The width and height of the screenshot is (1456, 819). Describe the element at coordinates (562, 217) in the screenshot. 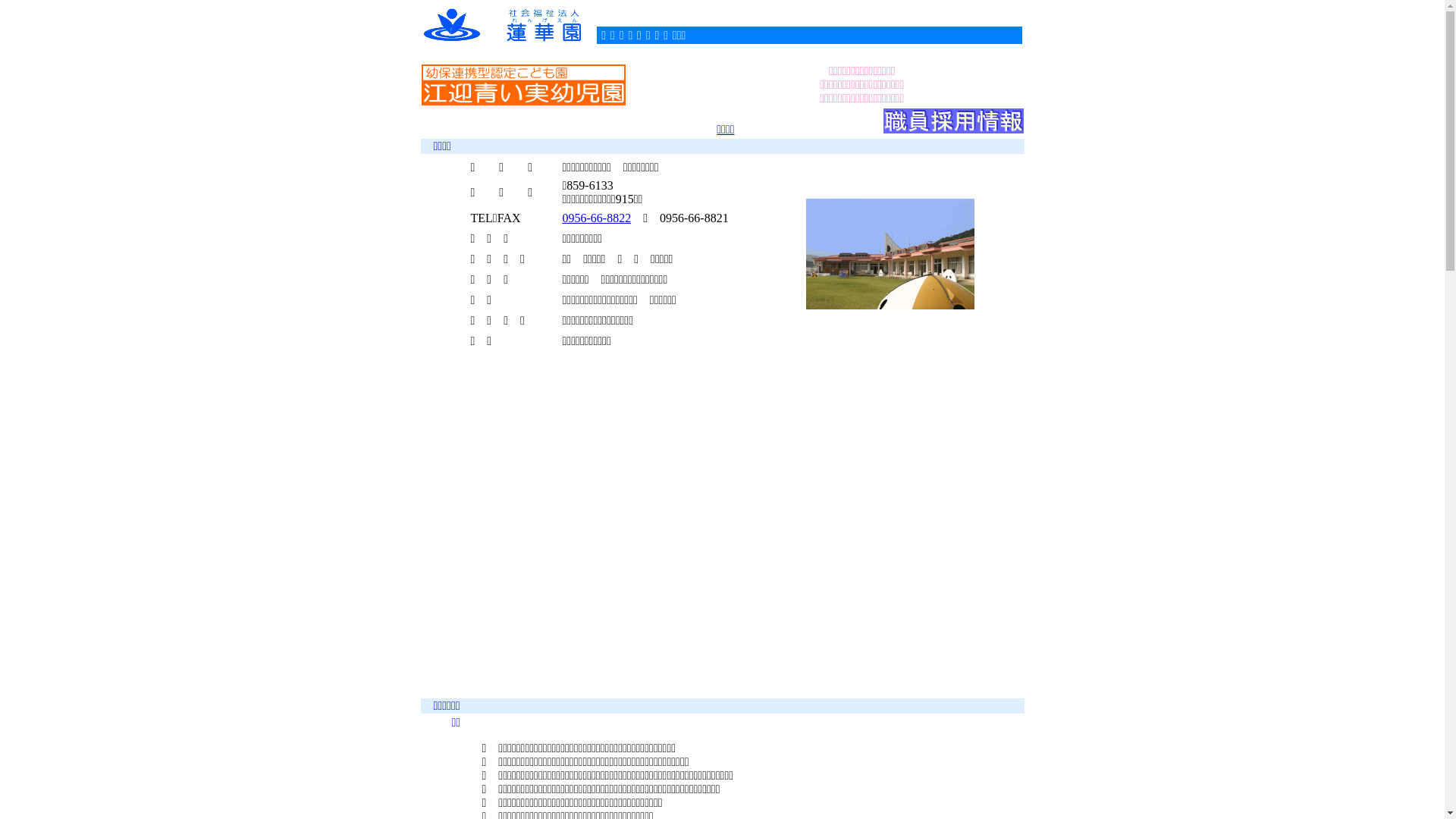

I see `'0956-66-8822'` at that location.